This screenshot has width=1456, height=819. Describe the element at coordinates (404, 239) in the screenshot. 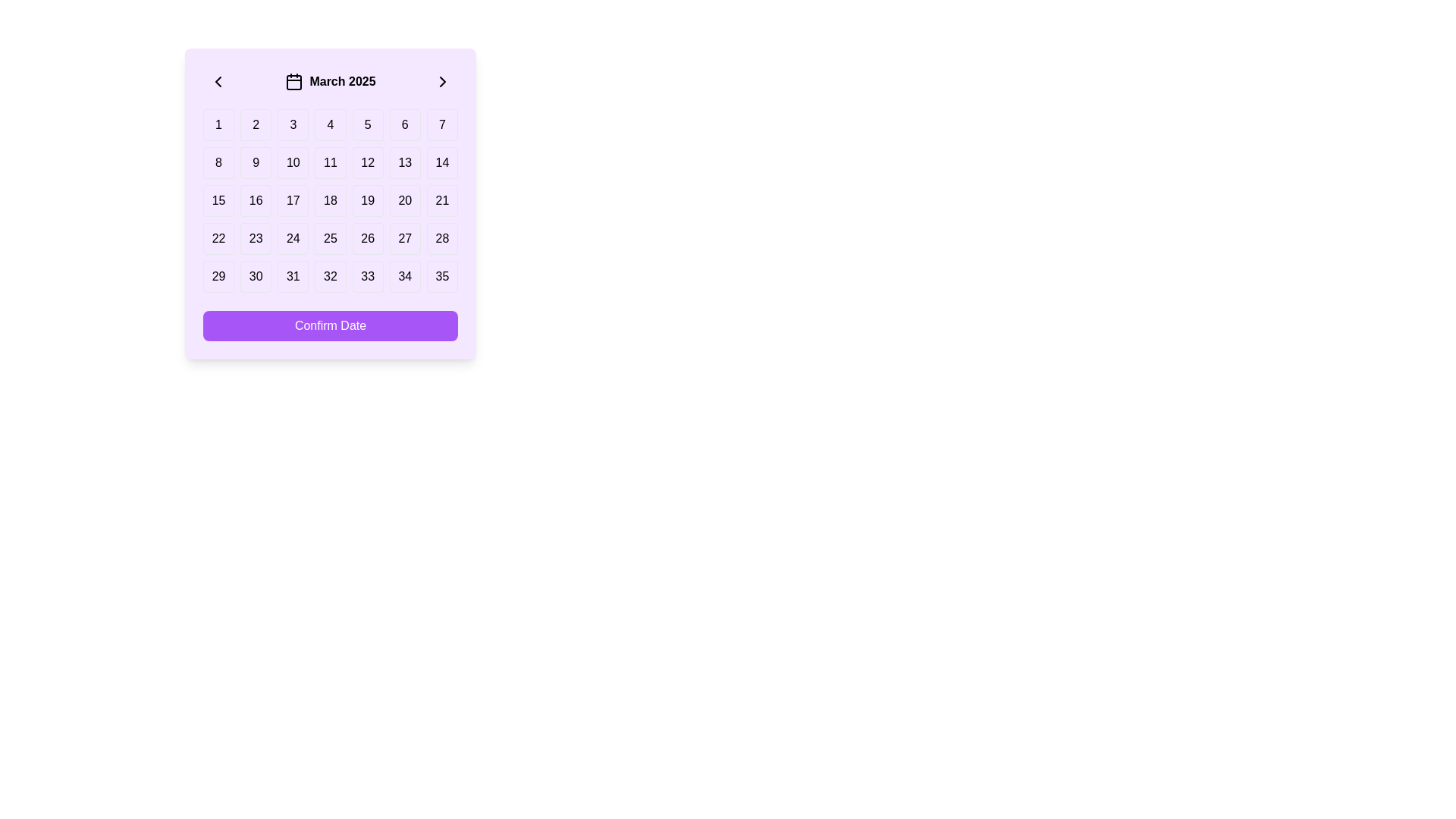

I see `the selectable date cell button corresponding to the 27th in the calendar` at that location.